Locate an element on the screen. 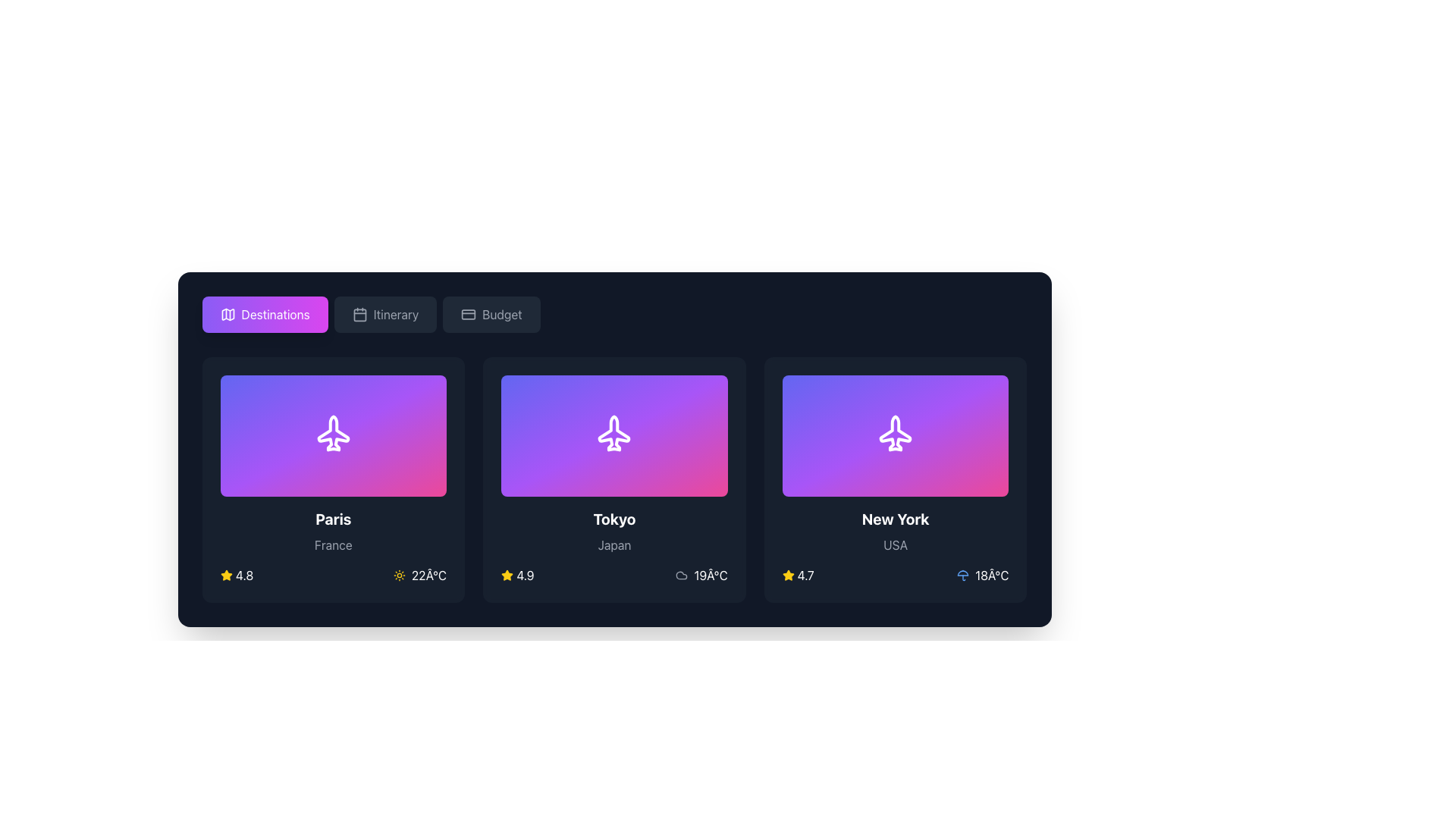  the static text label that displays the country associated with the city 'Paris', located below the title 'Paris' and above the temperature information is located at coordinates (332, 544).